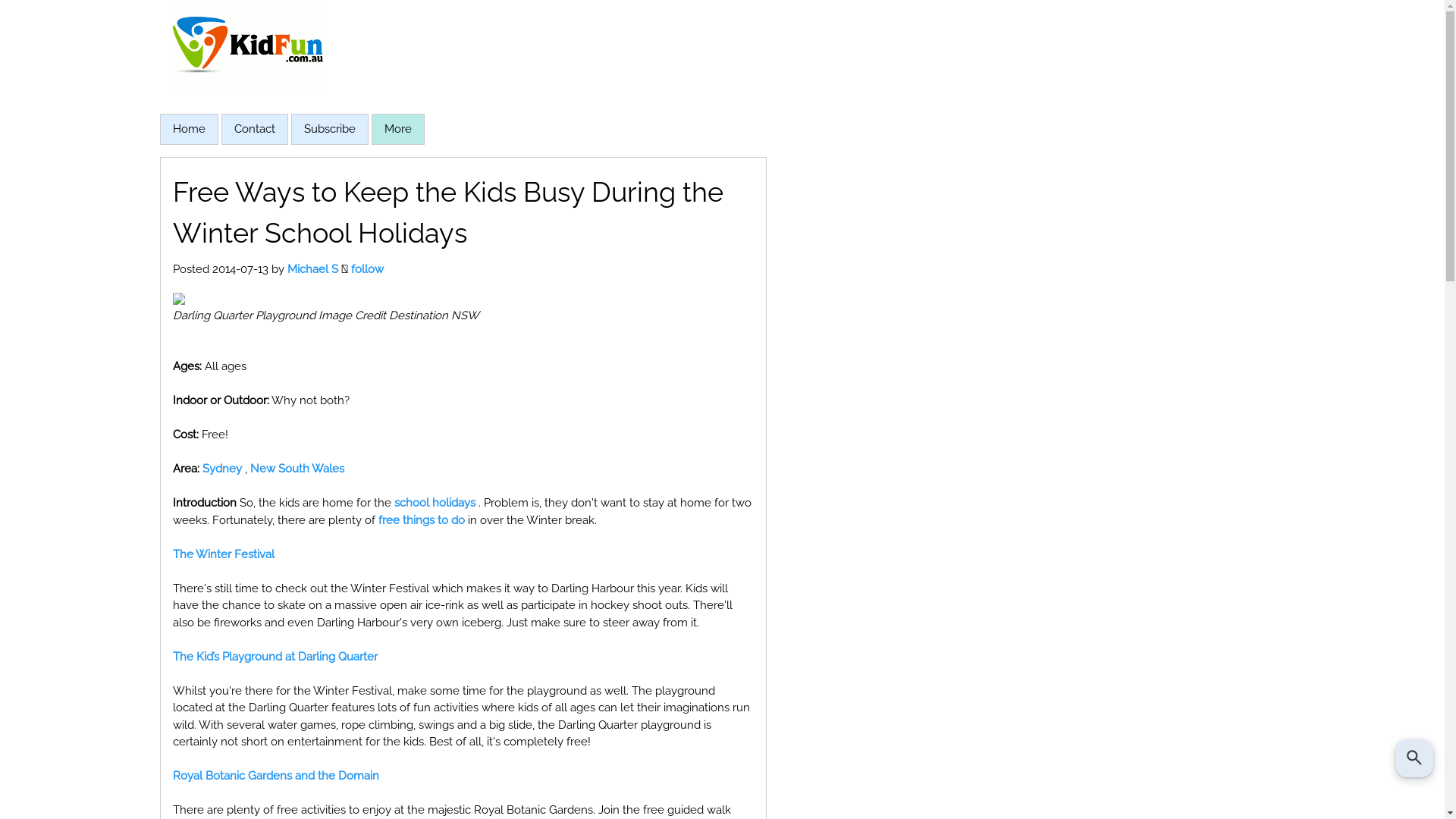  What do you see at coordinates (222, 554) in the screenshot?
I see `'The Winter Festival'` at bounding box center [222, 554].